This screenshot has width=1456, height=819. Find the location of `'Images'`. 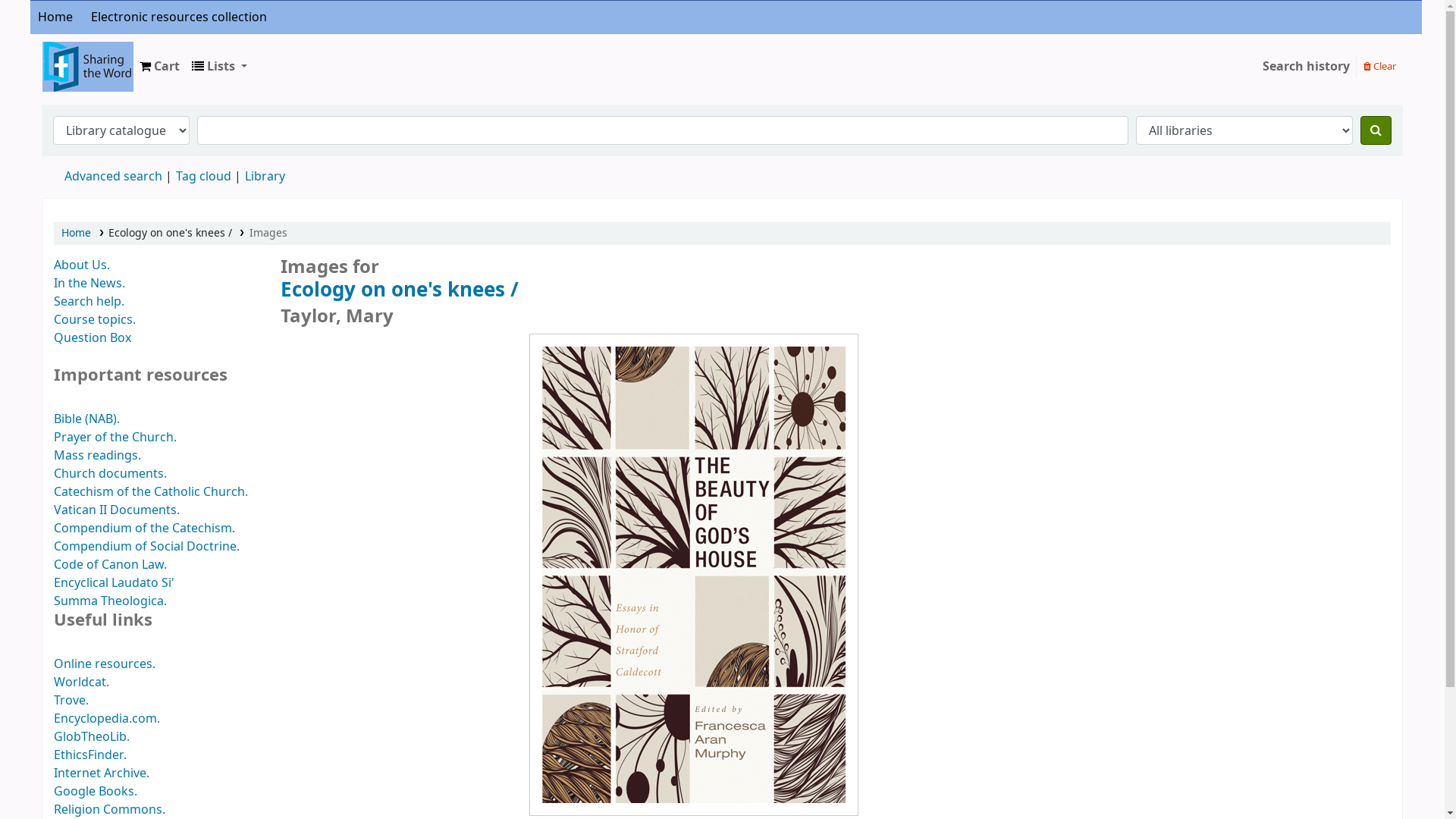

'Images' is located at coordinates (268, 233).